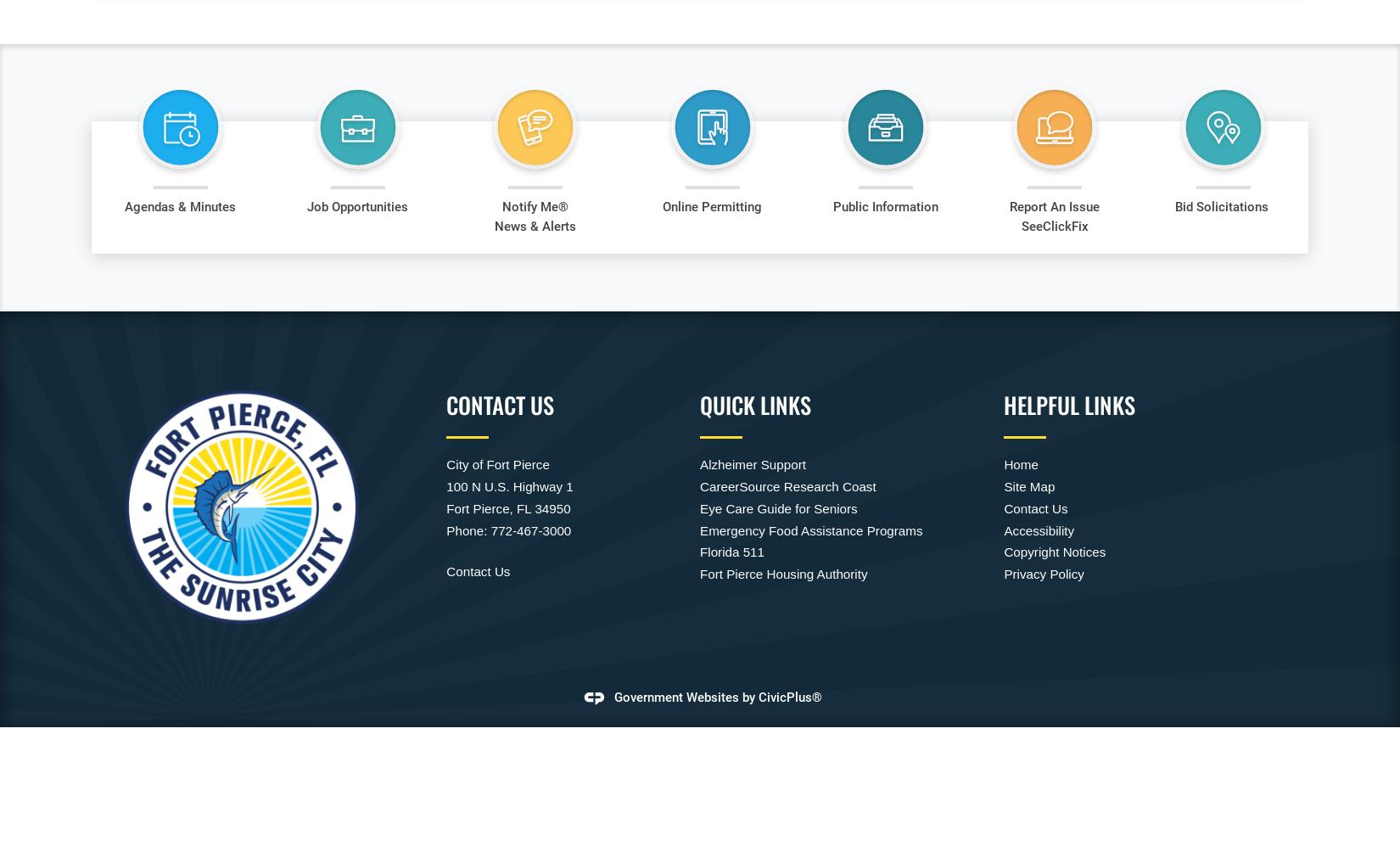  I want to click on 'CivicPlus®', so click(790, 697).